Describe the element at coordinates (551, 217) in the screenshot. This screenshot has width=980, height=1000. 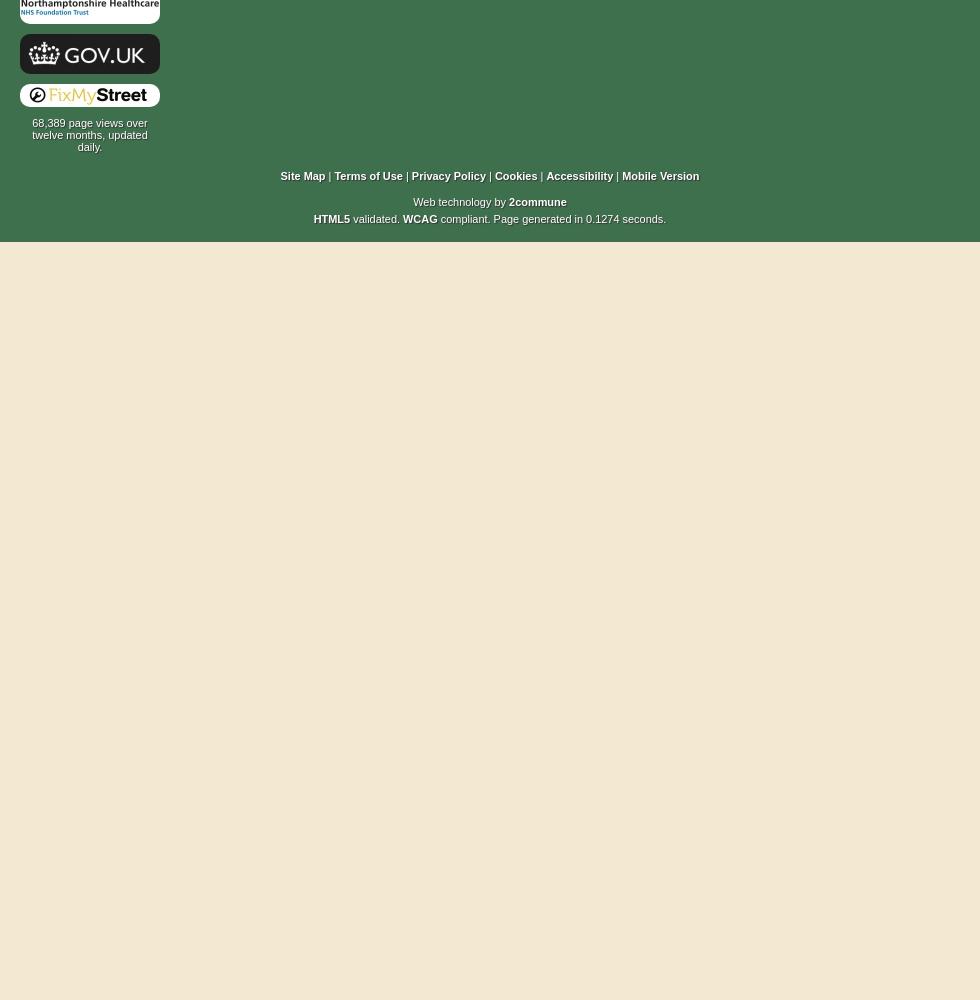
I see `'compliant. Page generated in 0.1274 seconds.'` at that location.